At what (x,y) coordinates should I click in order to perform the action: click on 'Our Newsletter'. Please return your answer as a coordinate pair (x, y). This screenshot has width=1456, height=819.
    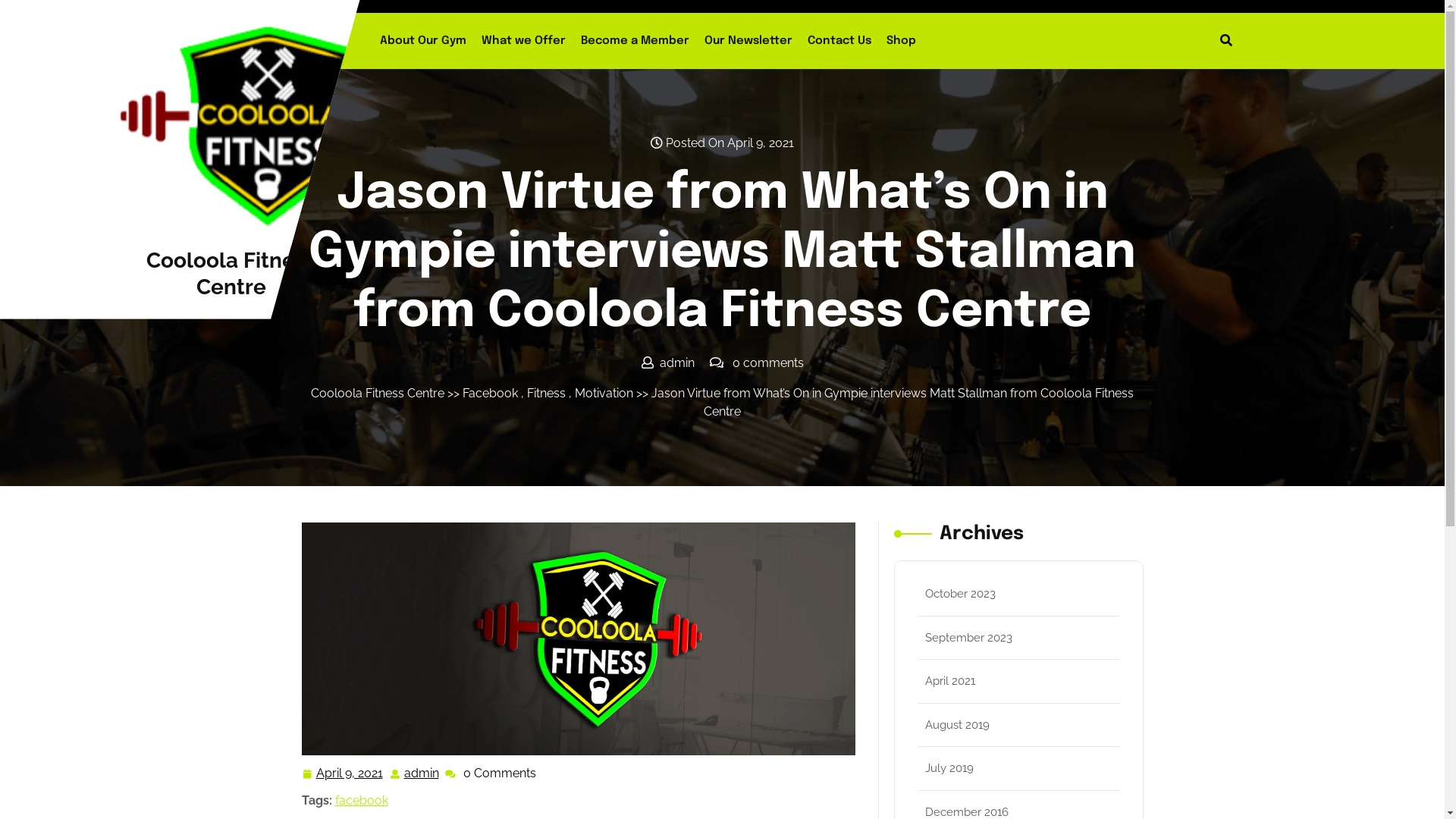
    Looking at the image, I should click on (748, 39).